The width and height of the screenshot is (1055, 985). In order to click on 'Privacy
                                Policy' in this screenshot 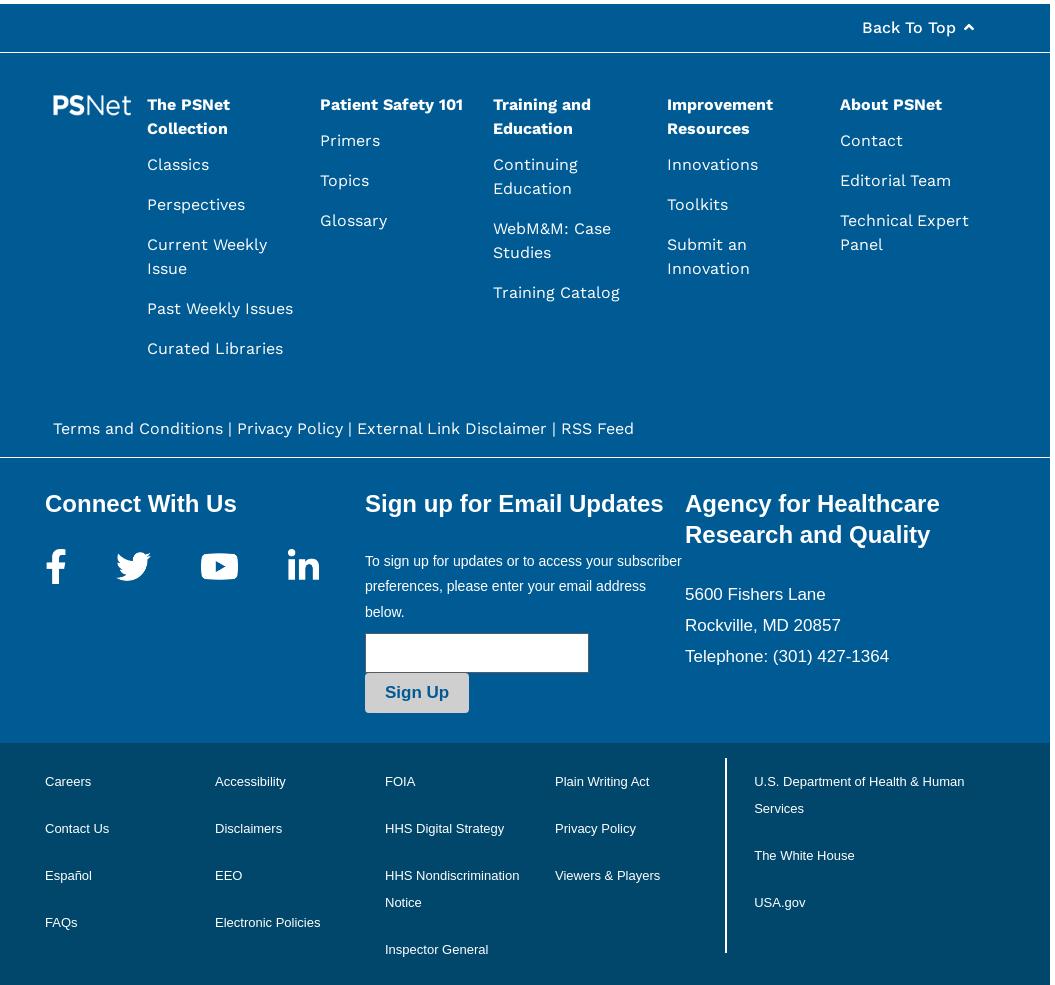, I will do `click(595, 826)`.